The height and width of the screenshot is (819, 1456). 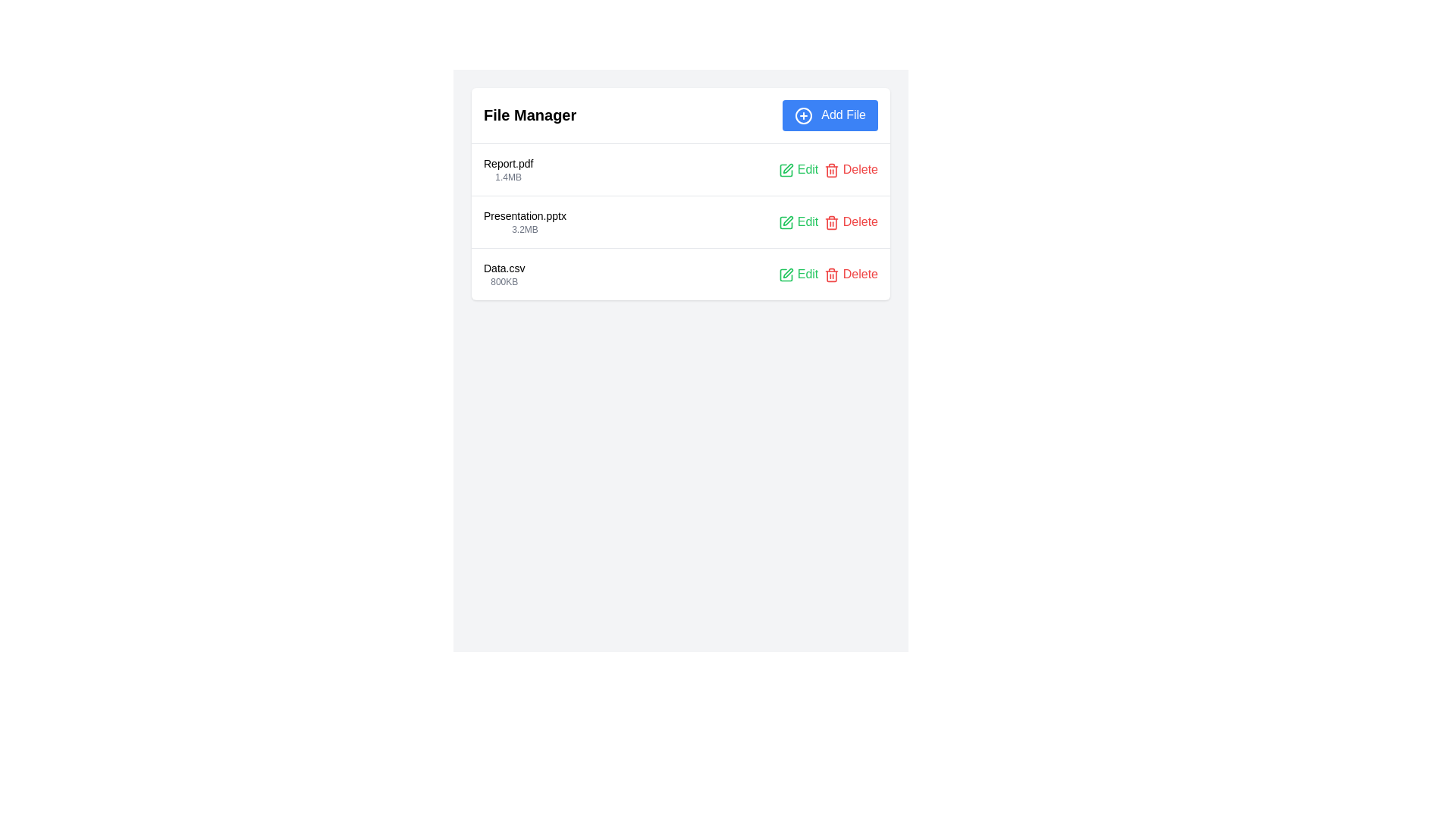 What do you see at coordinates (831, 224) in the screenshot?
I see `the main body of the trash can segment in the SVG icon that corresponds to the 'Delete' action` at bounding box center [831, 224].